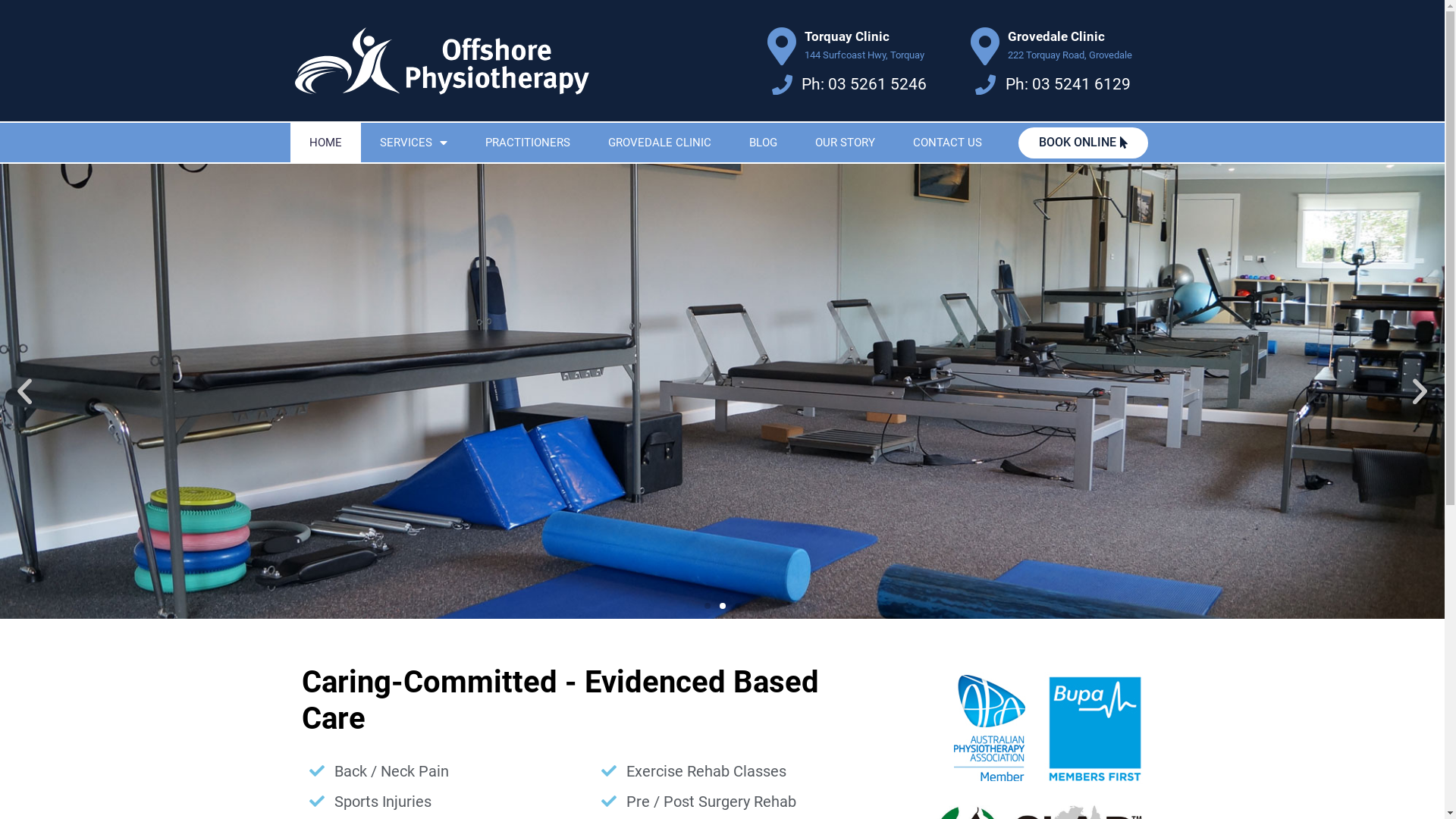 This screenshot has width=1456, height=819. Describe the element at coordinates (946, 143) in the screenshot. I see `'CONTACT US'` at that location.